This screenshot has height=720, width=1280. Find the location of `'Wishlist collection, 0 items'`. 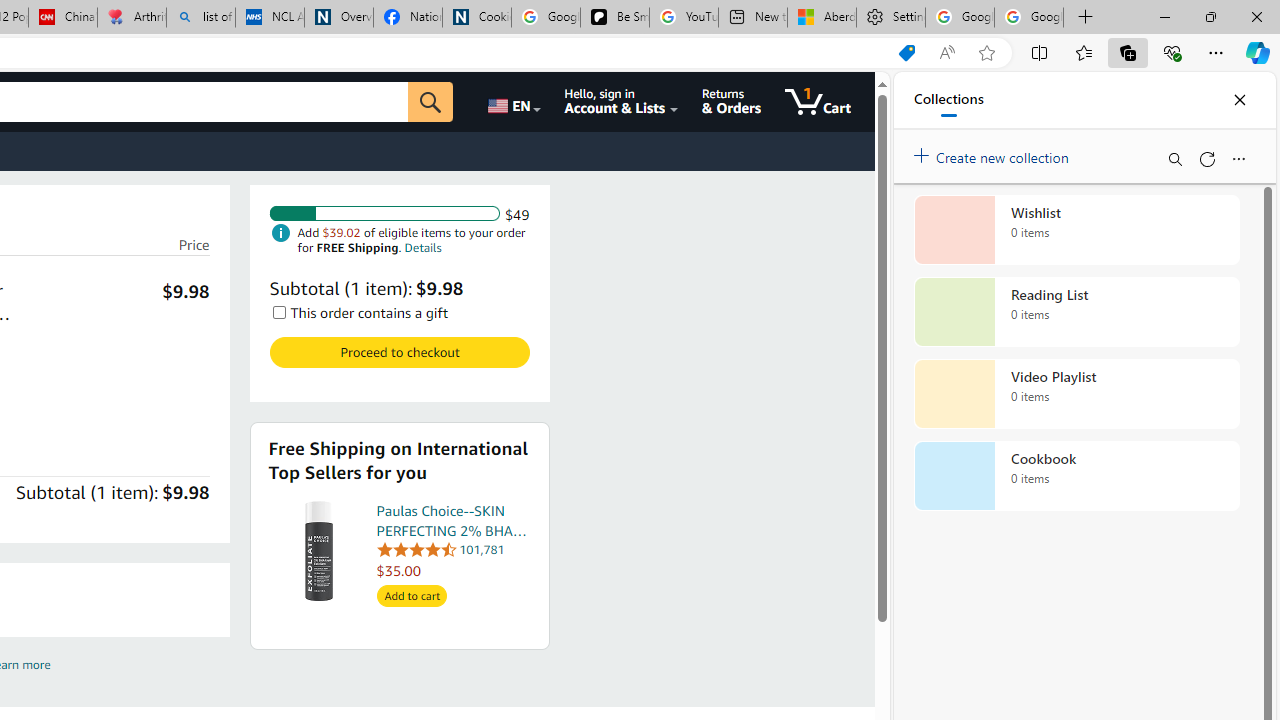

'Wishlist collection, 0 items' is located at coordinates (1076, 229).